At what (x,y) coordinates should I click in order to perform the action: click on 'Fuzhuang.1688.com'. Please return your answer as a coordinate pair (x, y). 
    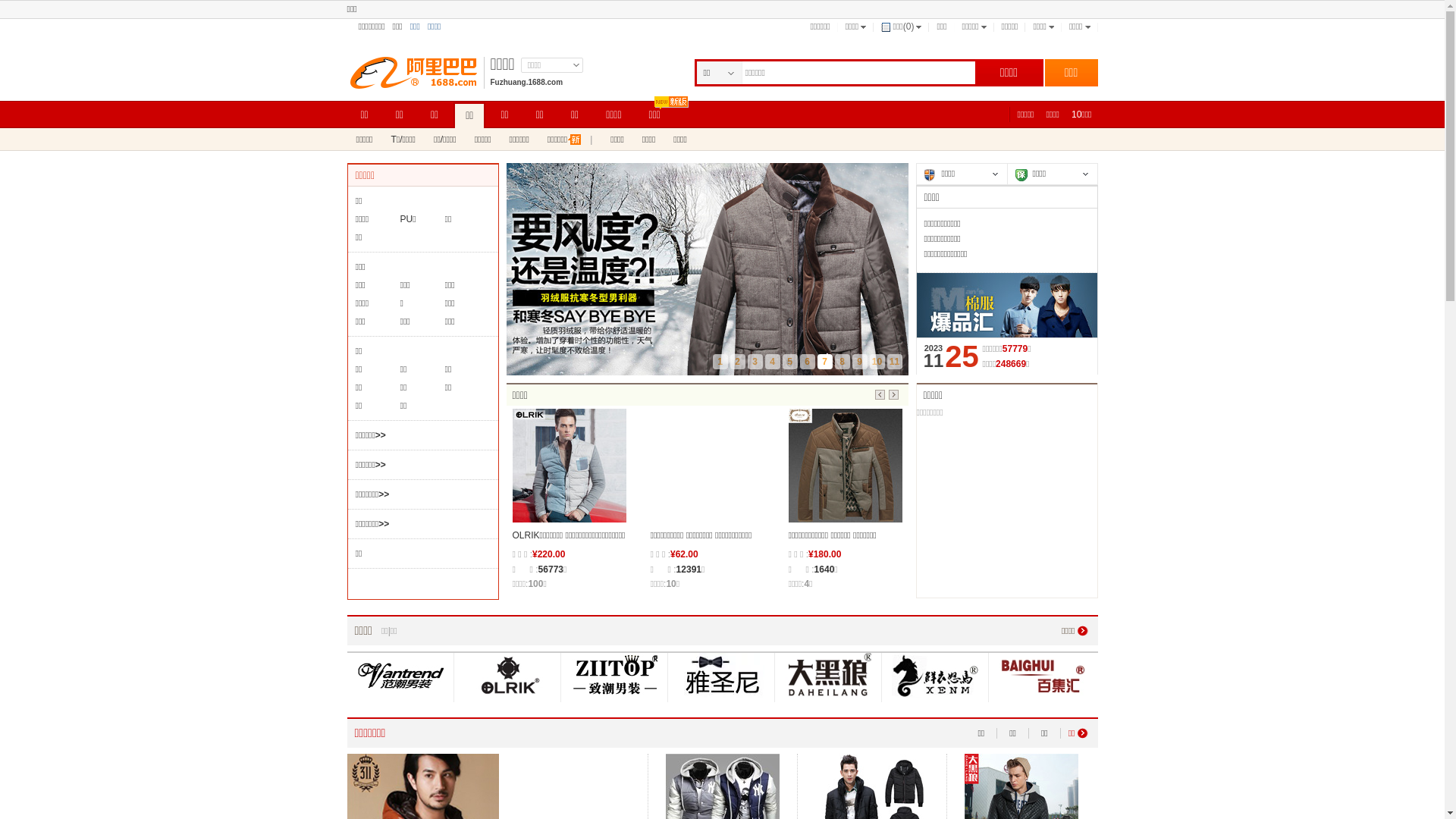
    Looking at the image, I should click on (526, 82).